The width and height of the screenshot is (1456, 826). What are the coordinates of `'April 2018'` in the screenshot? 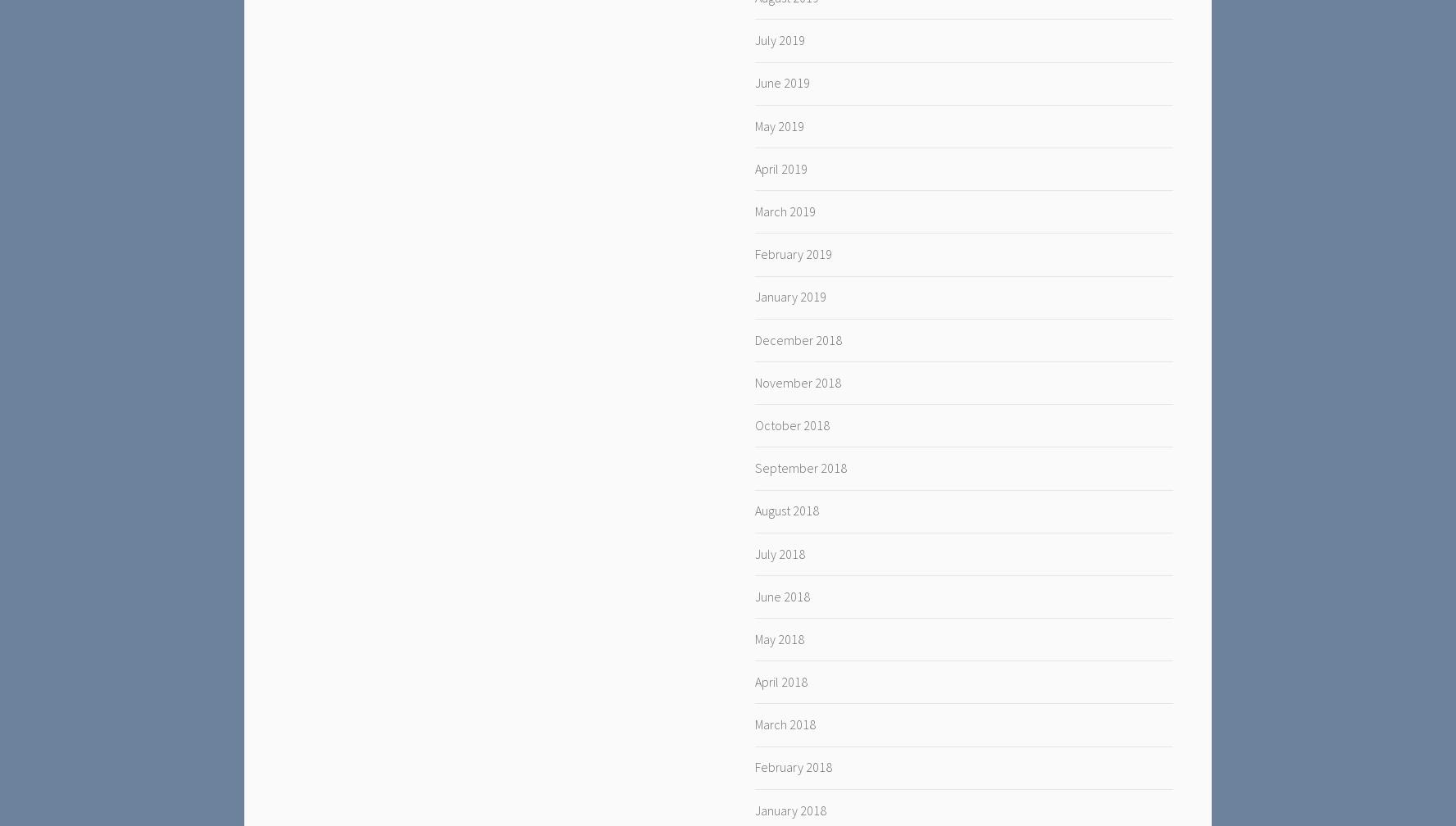 It's located at (779, 682).